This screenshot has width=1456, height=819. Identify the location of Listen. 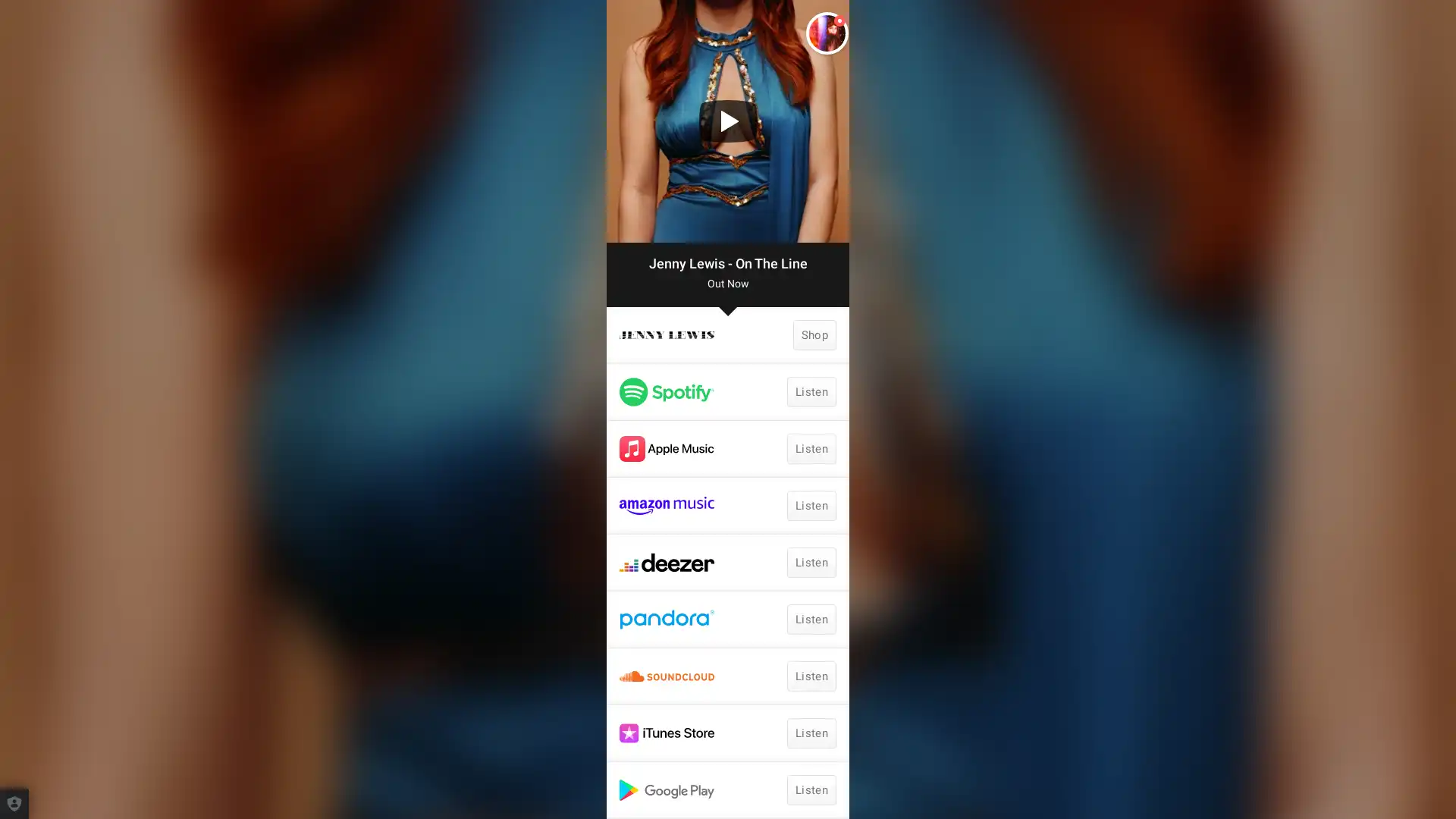
(811, 506).